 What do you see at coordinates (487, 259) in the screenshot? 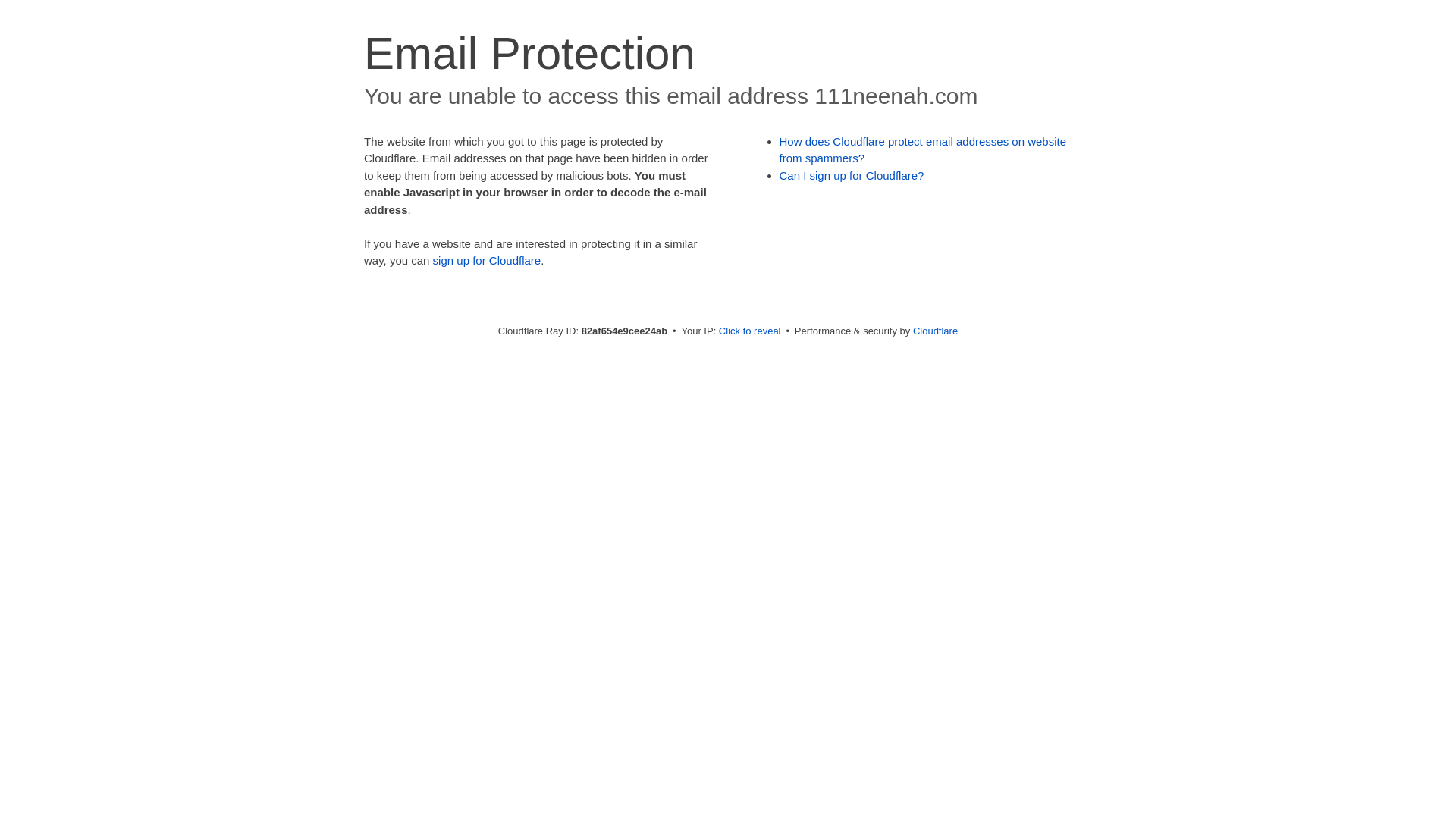
I see `'sign up for Cloudflare'` at bounding box center [487, 259].